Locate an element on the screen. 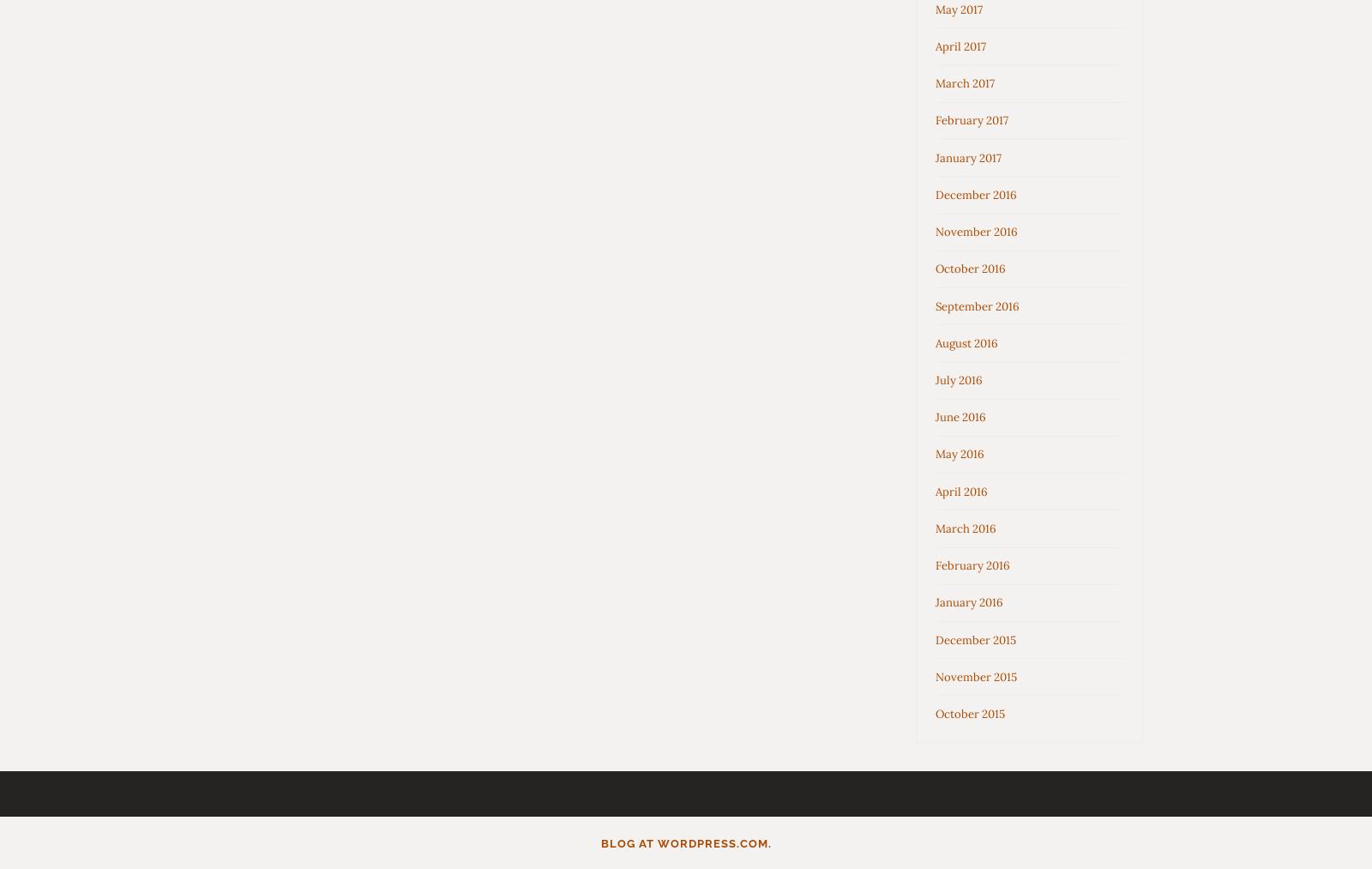 The image size is (1372, 869). 'October 2015' is located at coordinates (970, 712).